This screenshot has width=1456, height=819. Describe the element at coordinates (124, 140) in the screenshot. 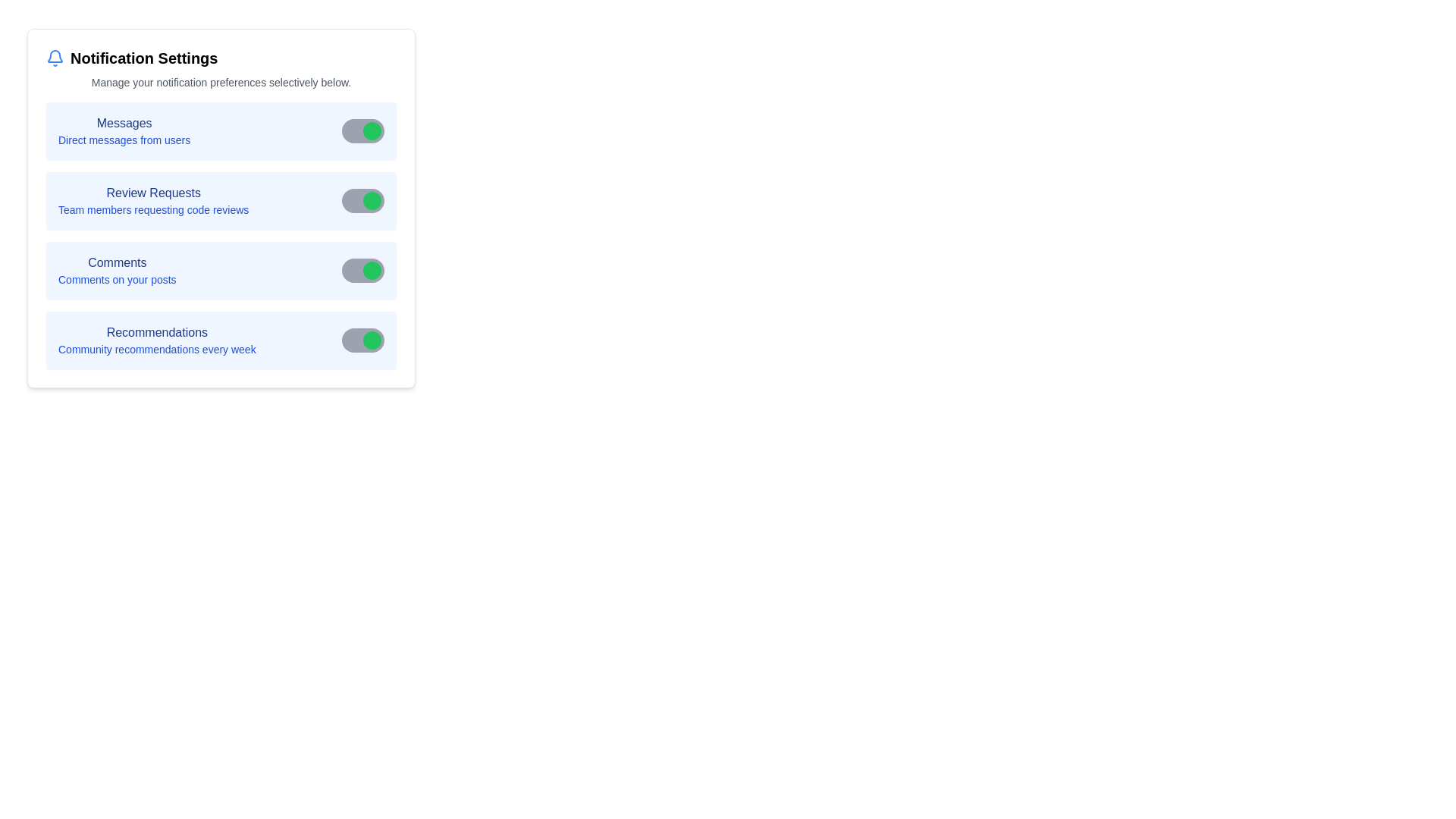

I see `the descriptive text element that provides an explanation for the 'Messages' section, which is located beneath the 'Messages' label in the settings interface` at that location.